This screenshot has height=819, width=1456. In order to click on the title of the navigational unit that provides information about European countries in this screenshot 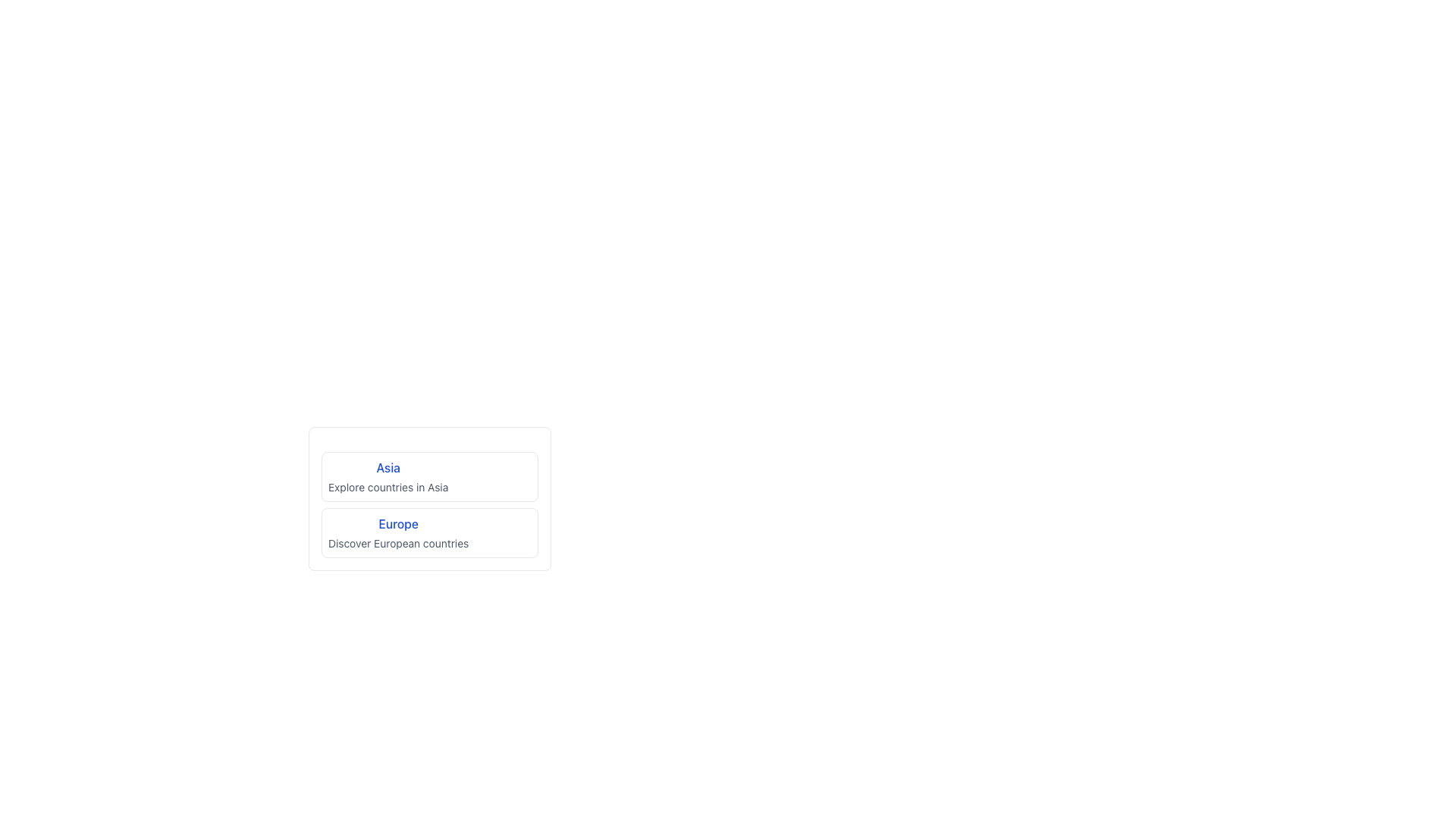, I will do `click(398, 532)`.